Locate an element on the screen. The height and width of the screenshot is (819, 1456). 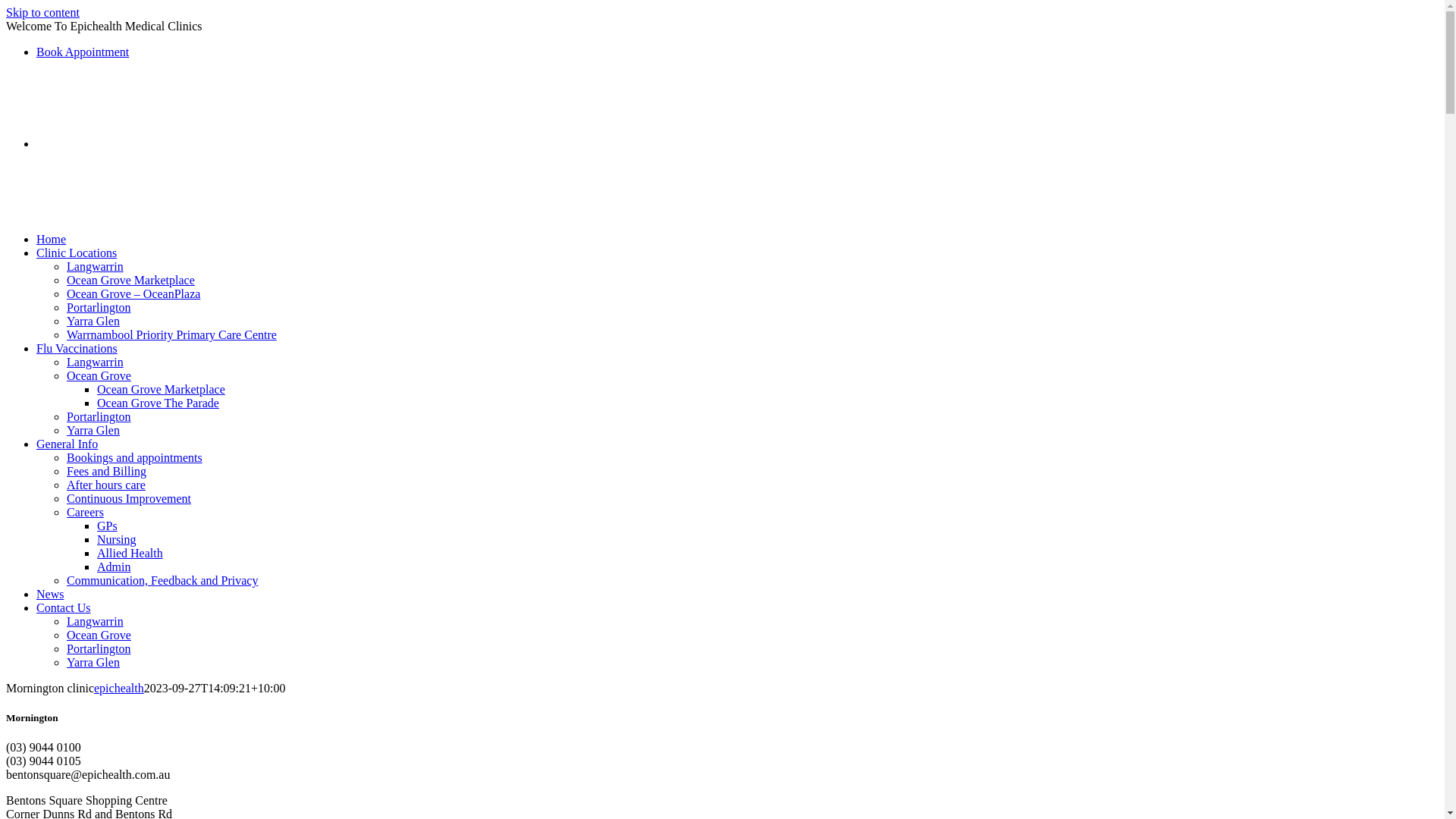
'Flu Vaccinations' is located at coordinates (76, 348).